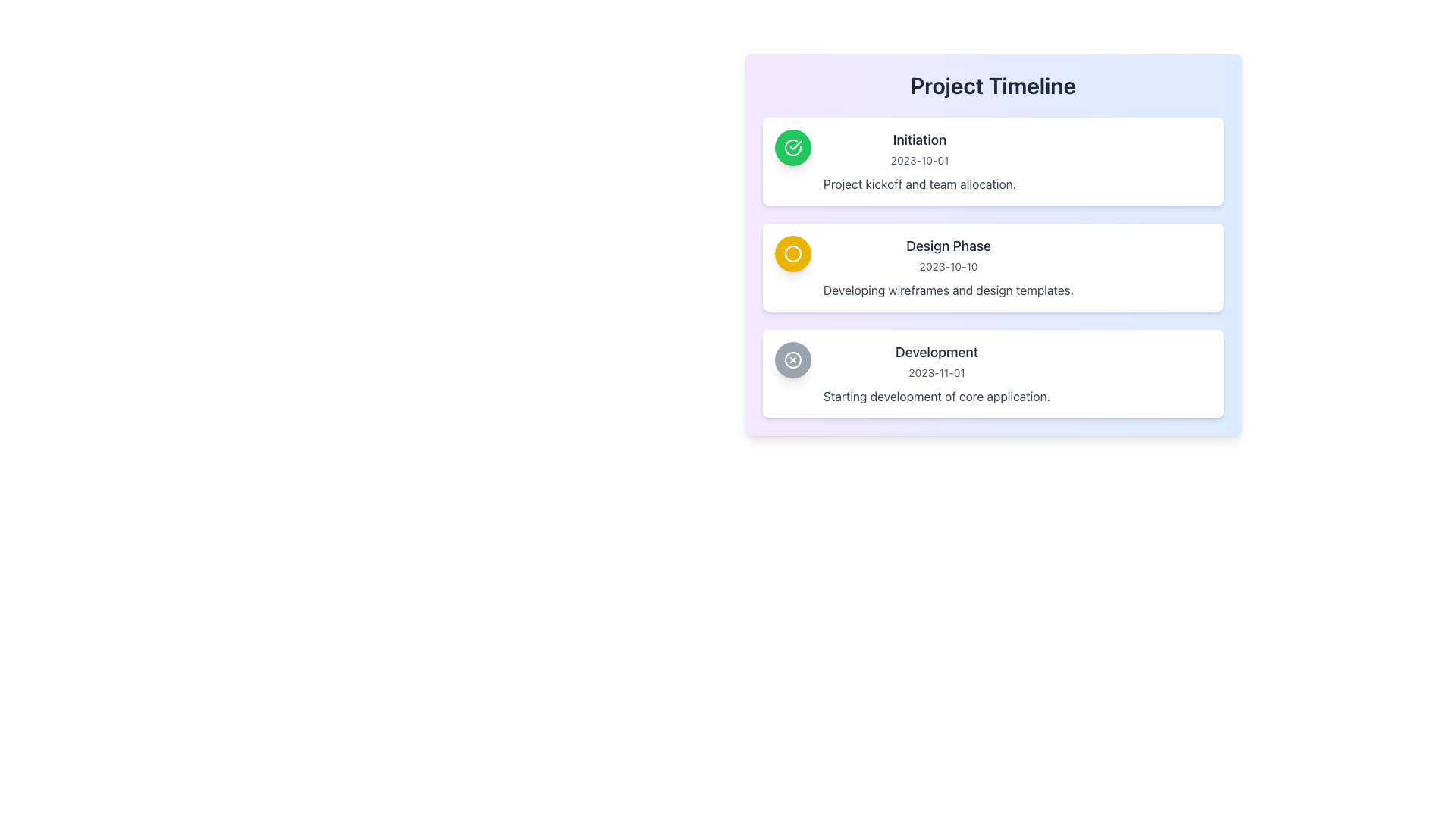  What do you see at coordinates (792, 253) in the screenshot?
I see `the 'Design Phase' icon, which is the second icon in a vertical list within the yellow background of the 'Design Phase' card` at bounding box center [792, 253].